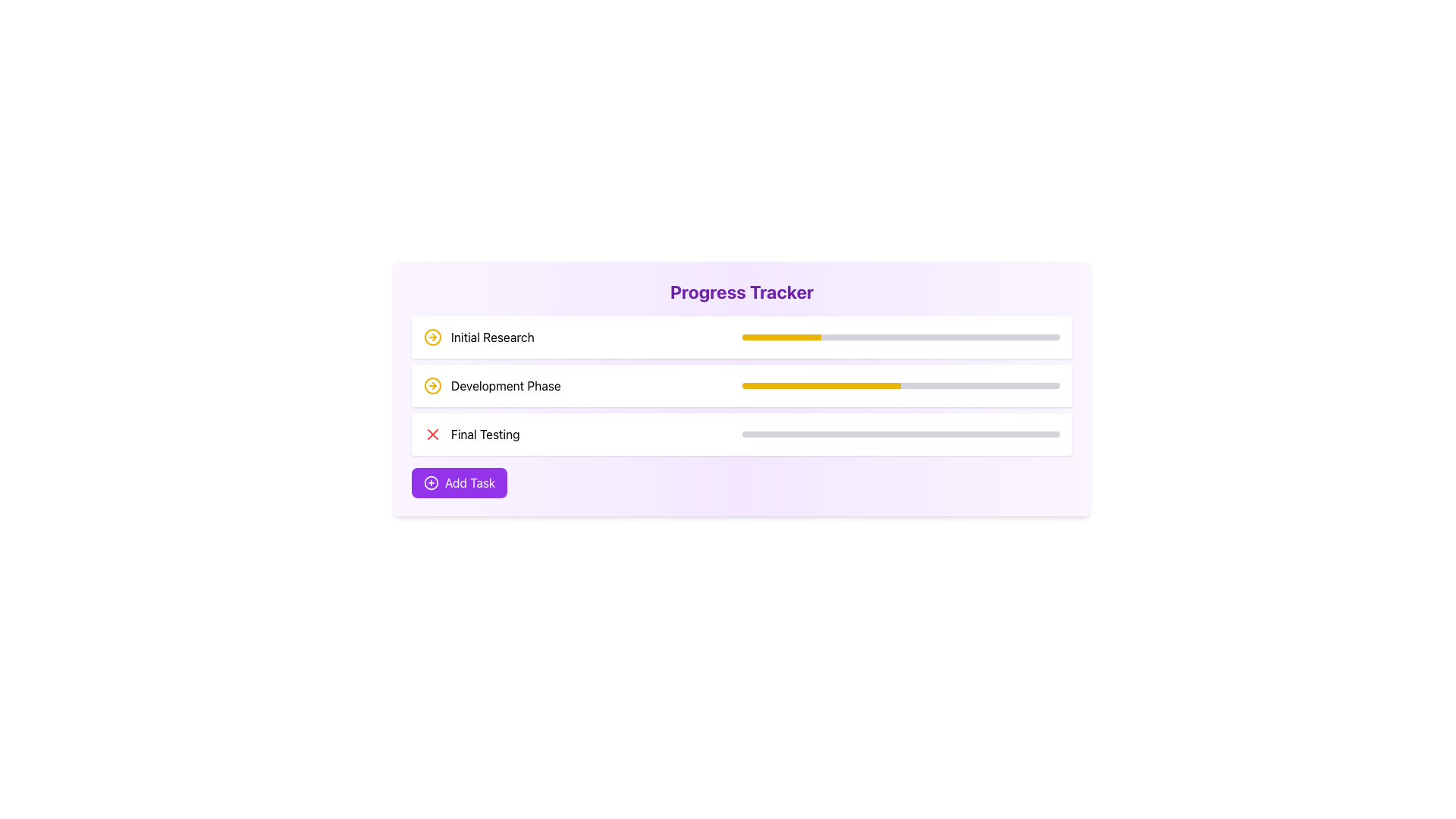  I want to click on the leftmost icon that indicates the option to remove or abort the task labeled 'Final Testing', positioned in the bottom-most list item, so click(432, 435).